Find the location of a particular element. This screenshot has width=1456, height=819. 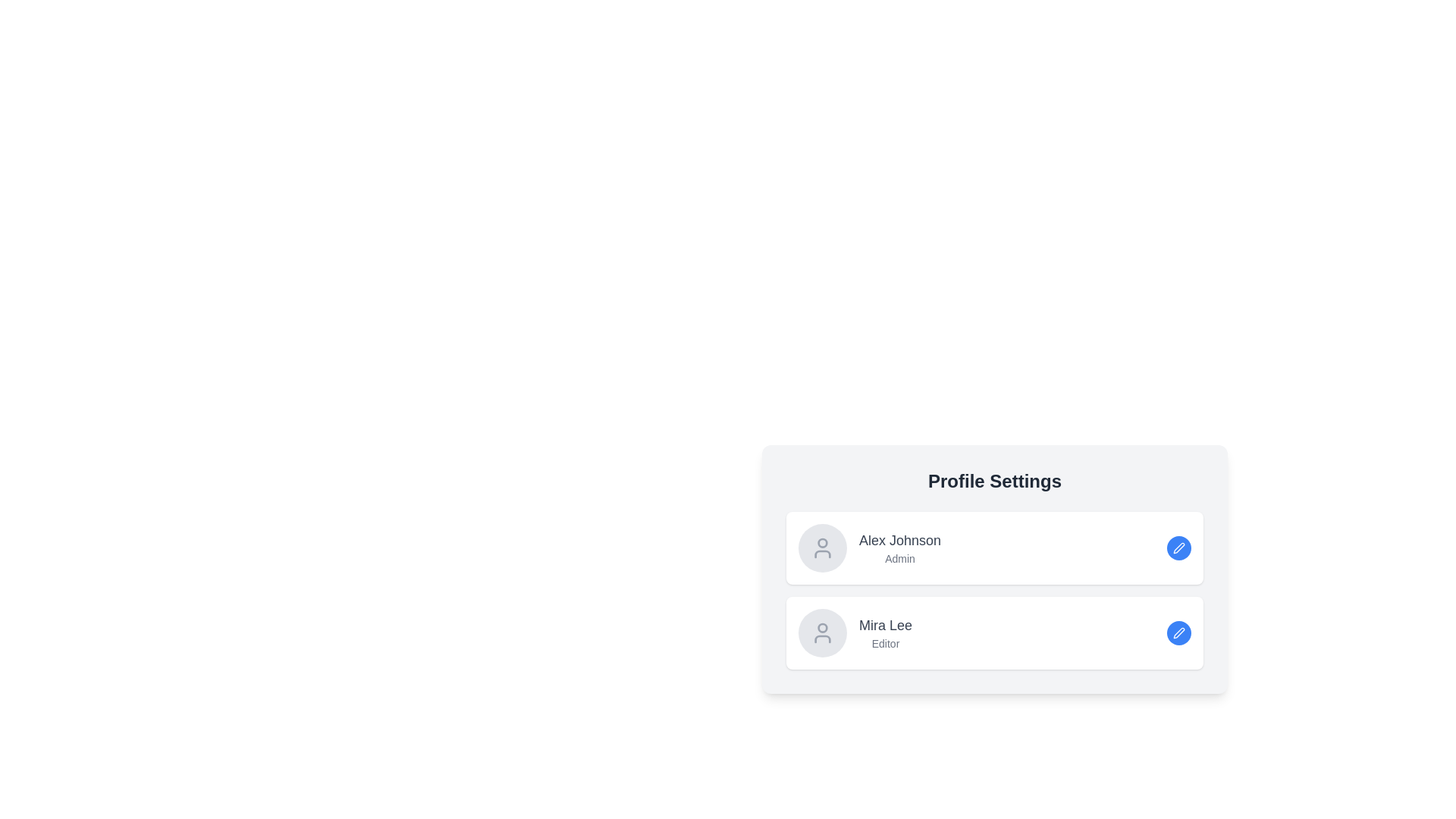

the circular button with a blue background and white pen icon located in the top right corner of 'Alex Johnson, Admin' in the 'Profile Settings' card is located at coordinates (1178, 548).